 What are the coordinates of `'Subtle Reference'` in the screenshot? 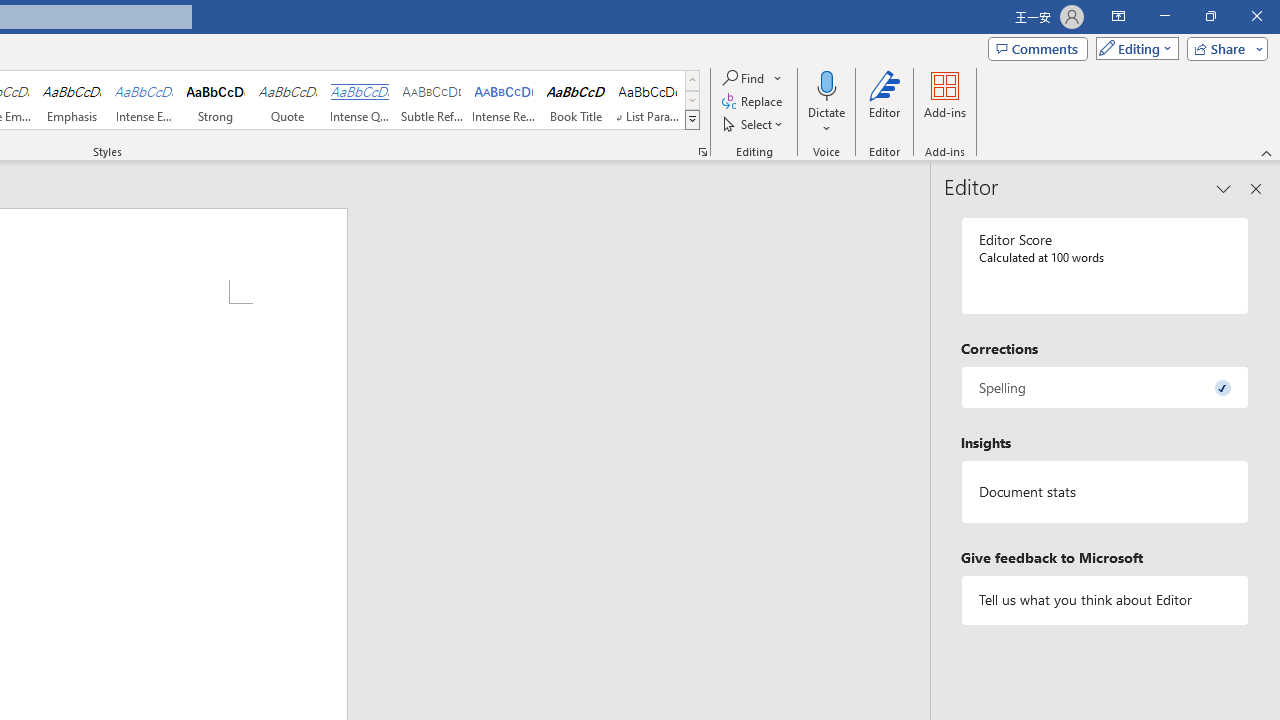 It's located at (431, 100).